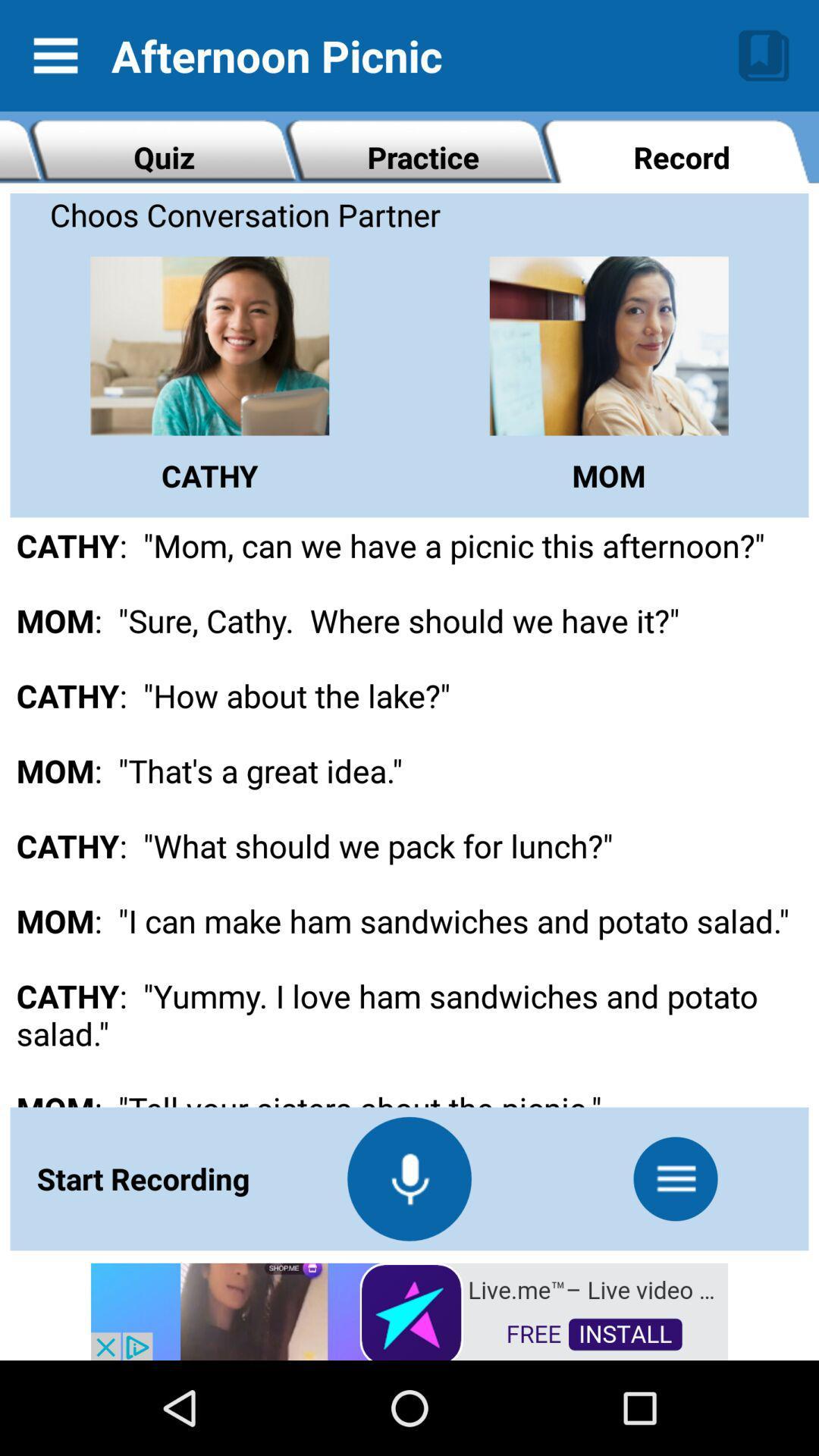 This screenshot has height=1456, width=819. Describe the element at coordinates (675, 1178) in the screenshot. I see `menu` at that location.